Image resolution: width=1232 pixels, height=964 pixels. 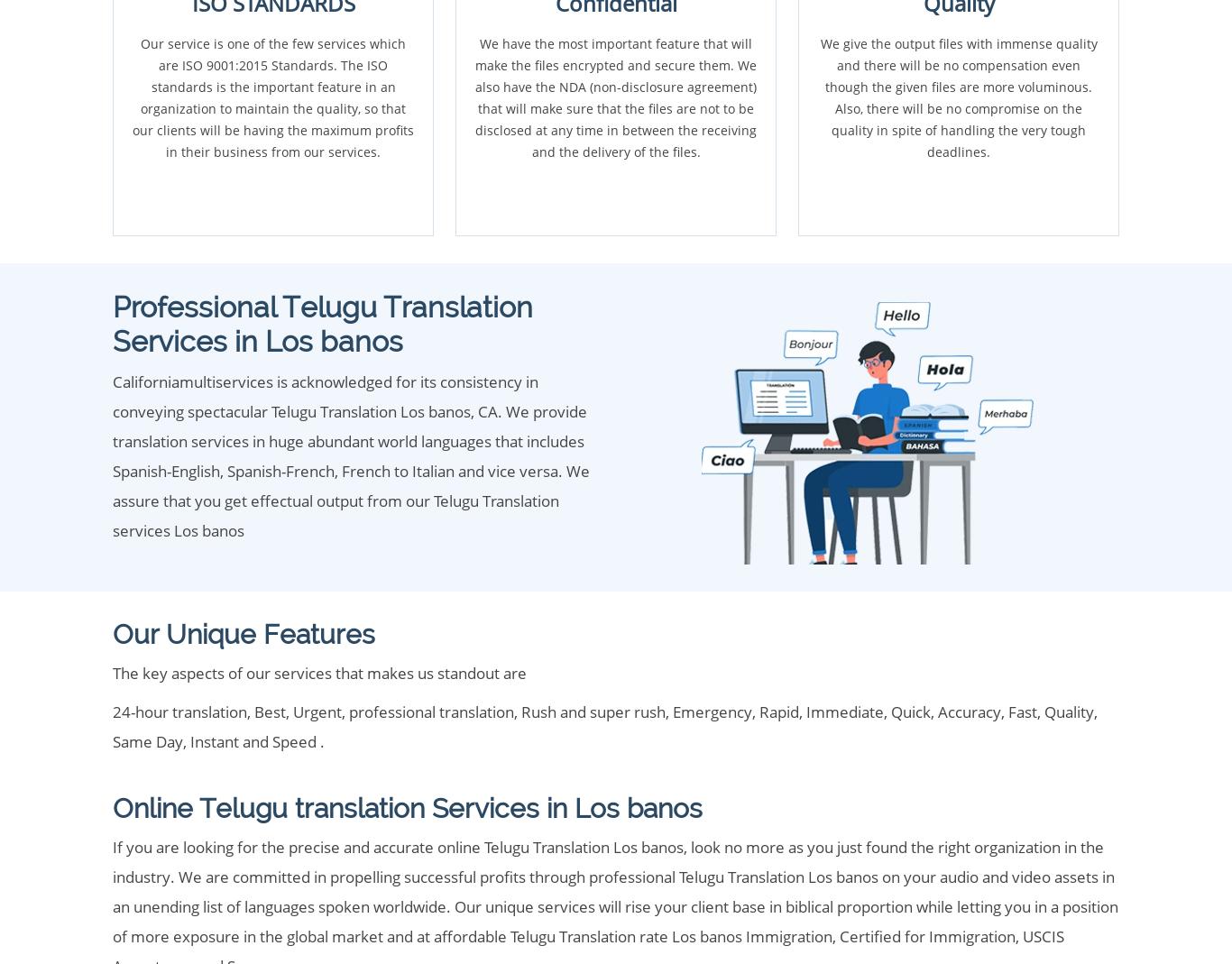 I want to click on 'File Formats For Translation', so click(x=111, y=598).